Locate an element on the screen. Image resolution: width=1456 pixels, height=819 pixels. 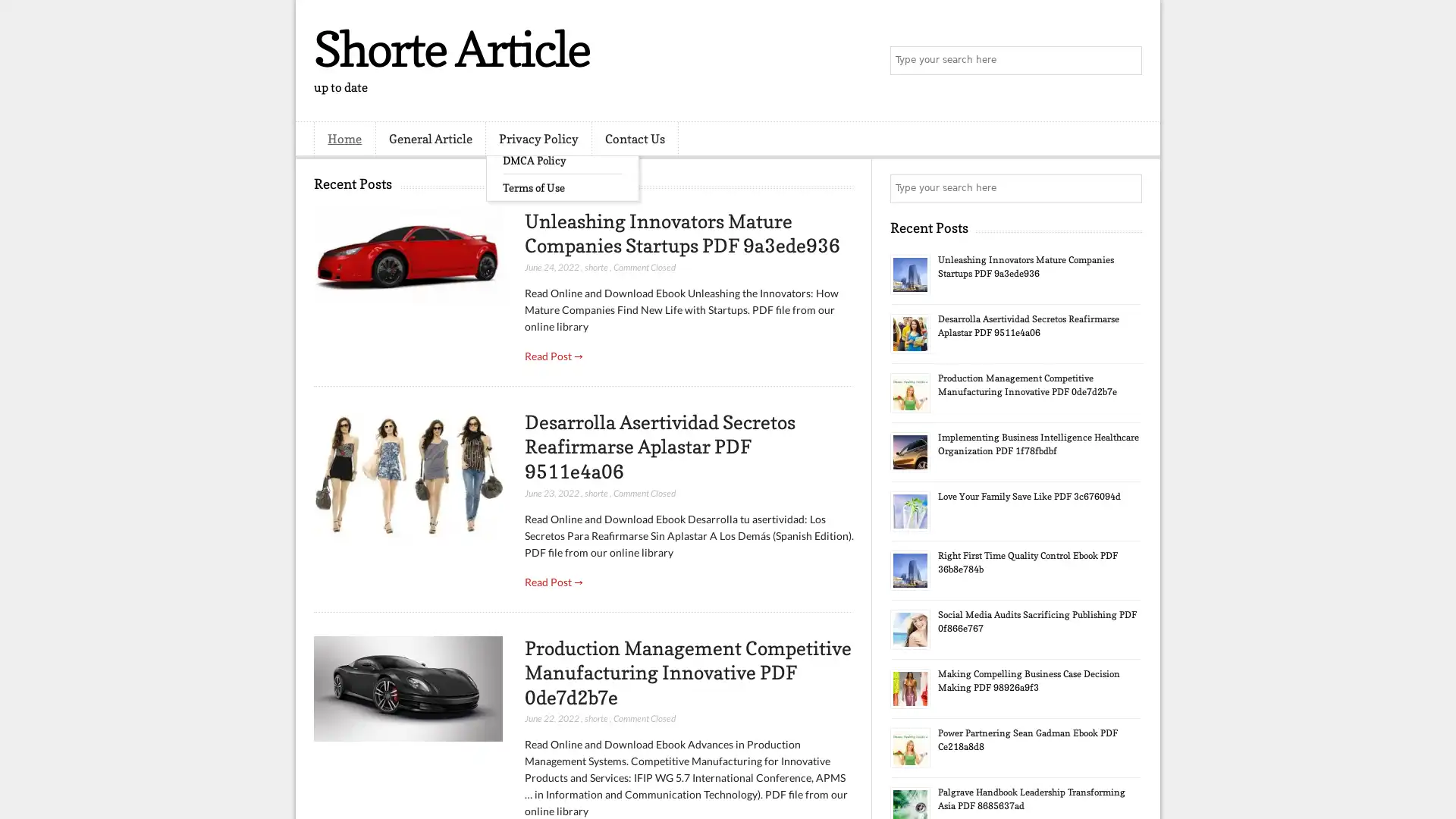
Search is located at coordinates (1126, 188).